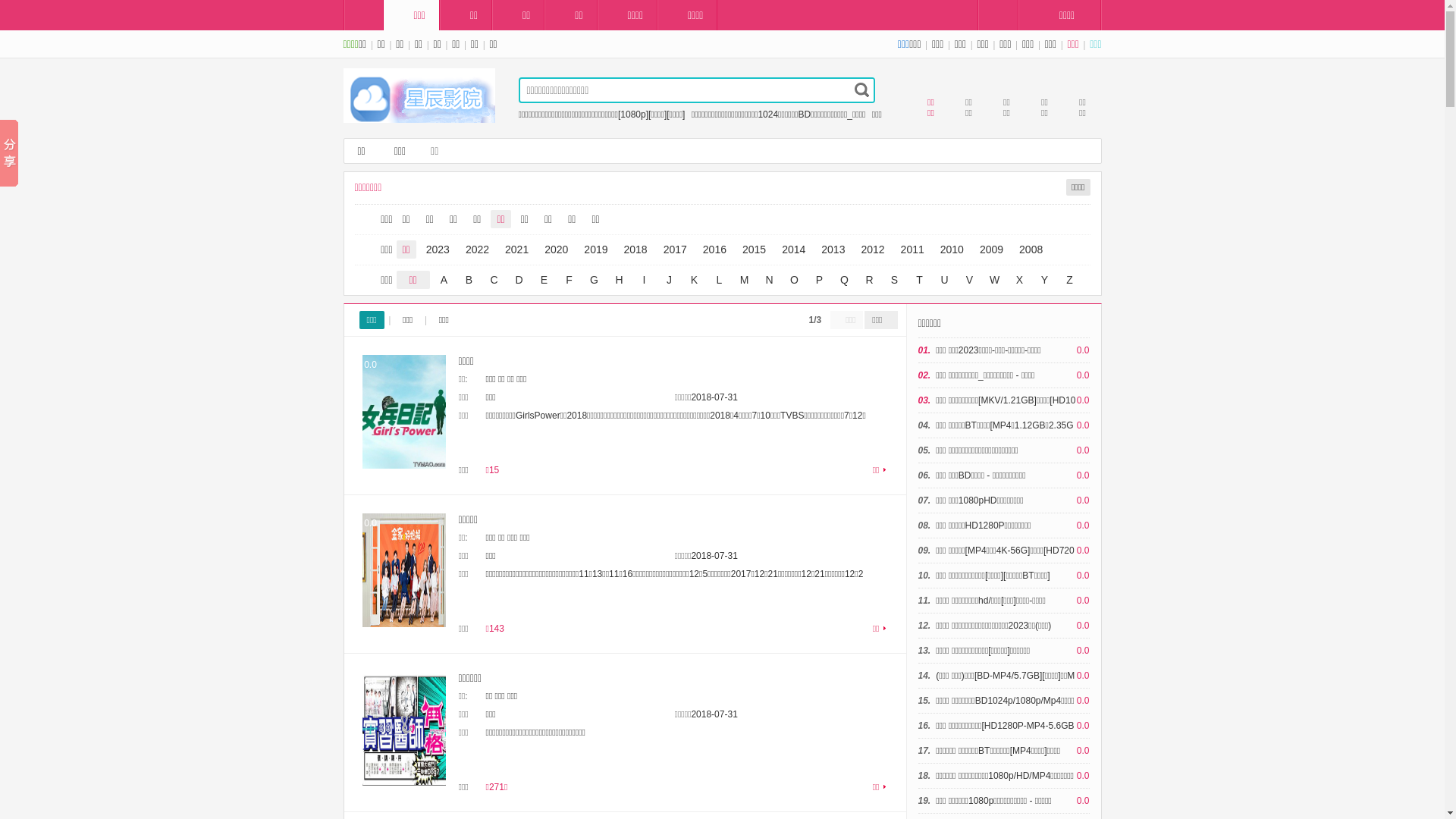  What do you see at coordinates (818, 280) in the screenshot?
I see `'P'` at bounding box center [818, 280].